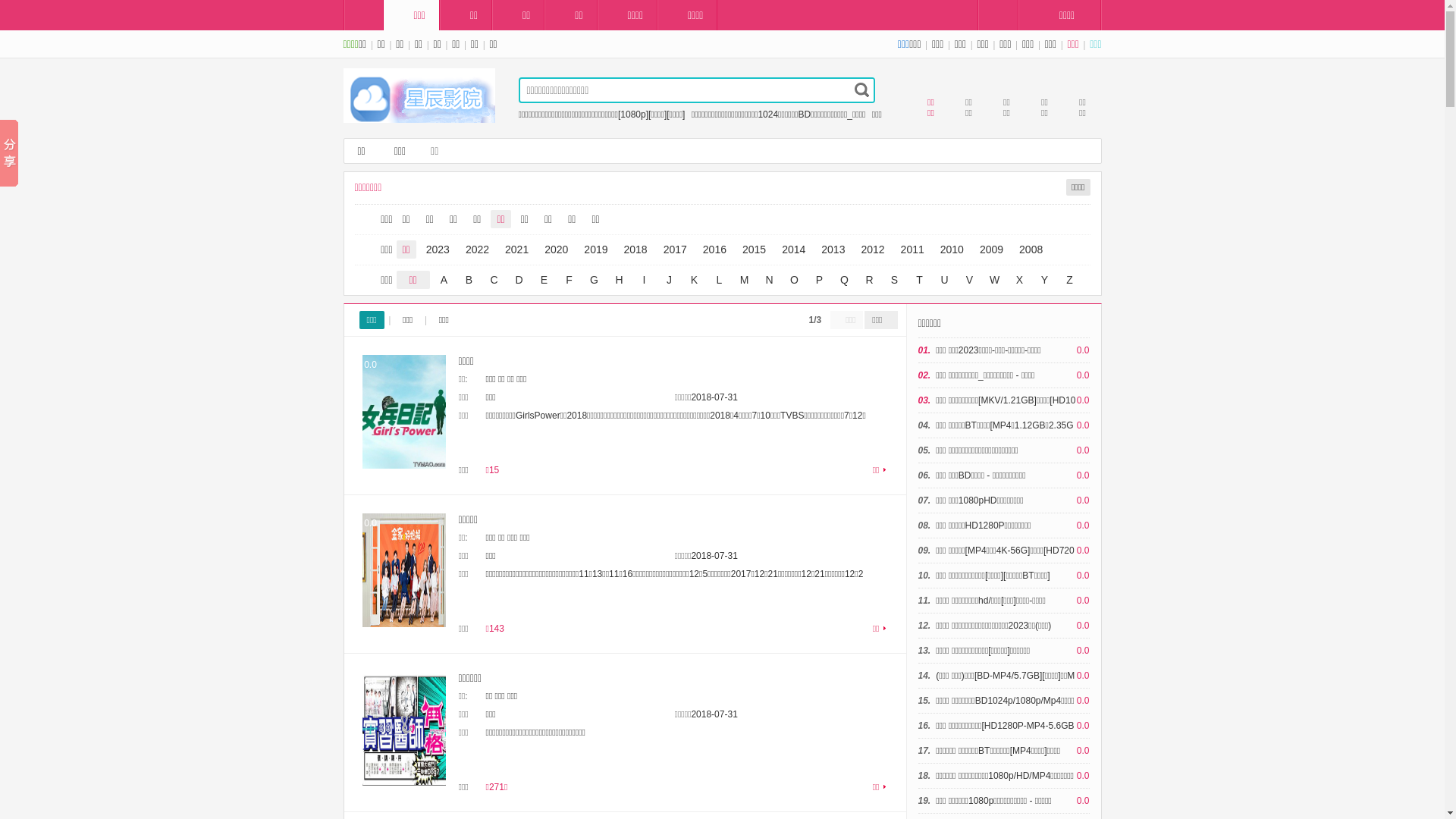  What do you see at coordinates (818, 280) in the screenshot?
I see `'P'` at bounding box center [818, 280].